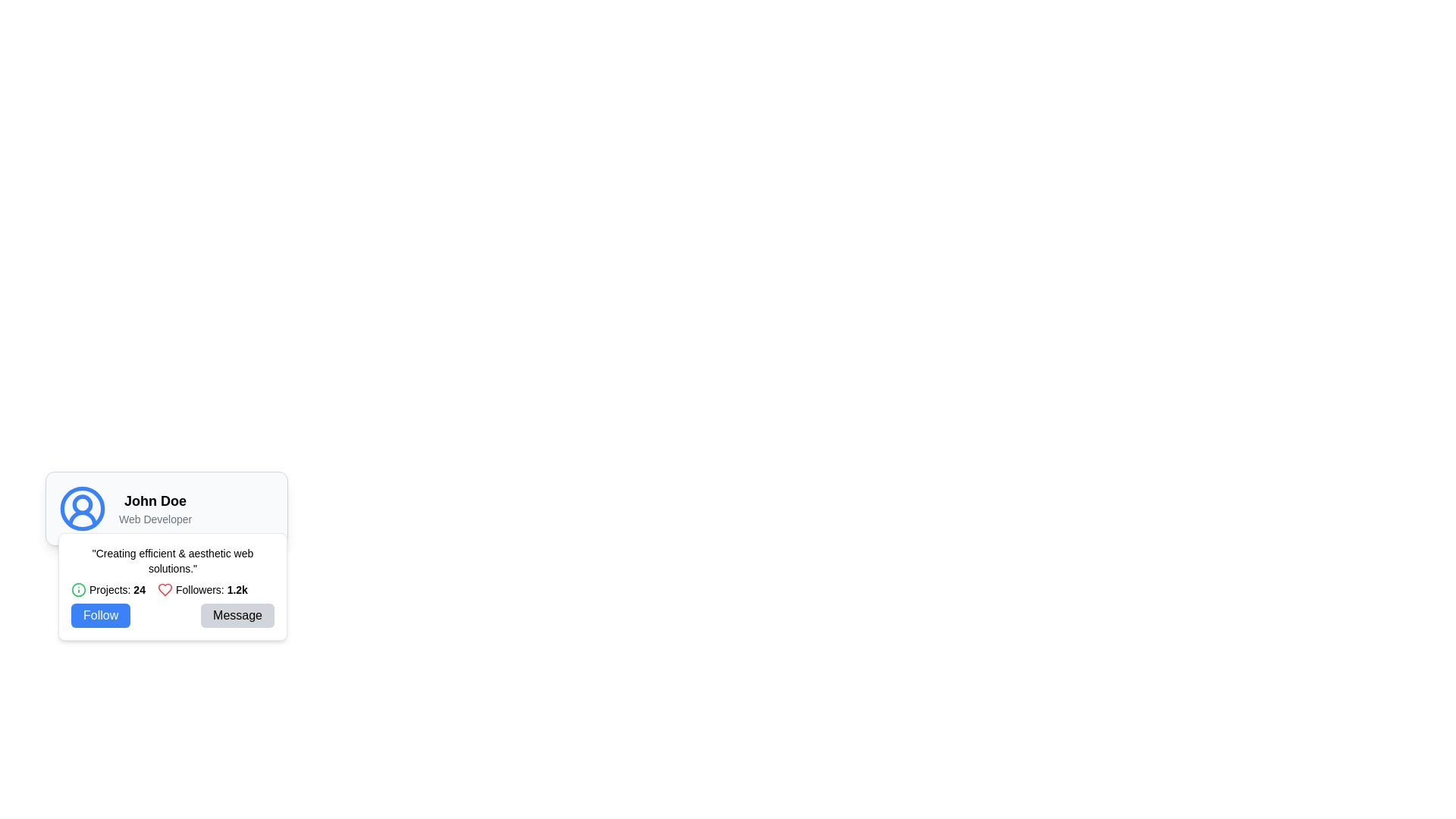 This screenshot has width=1456, height=819. I want to click on the content in the Text Display Box located in the lower section of the user profile card, positioned beneath the header and above the interaction buttons, so click(172, 586).